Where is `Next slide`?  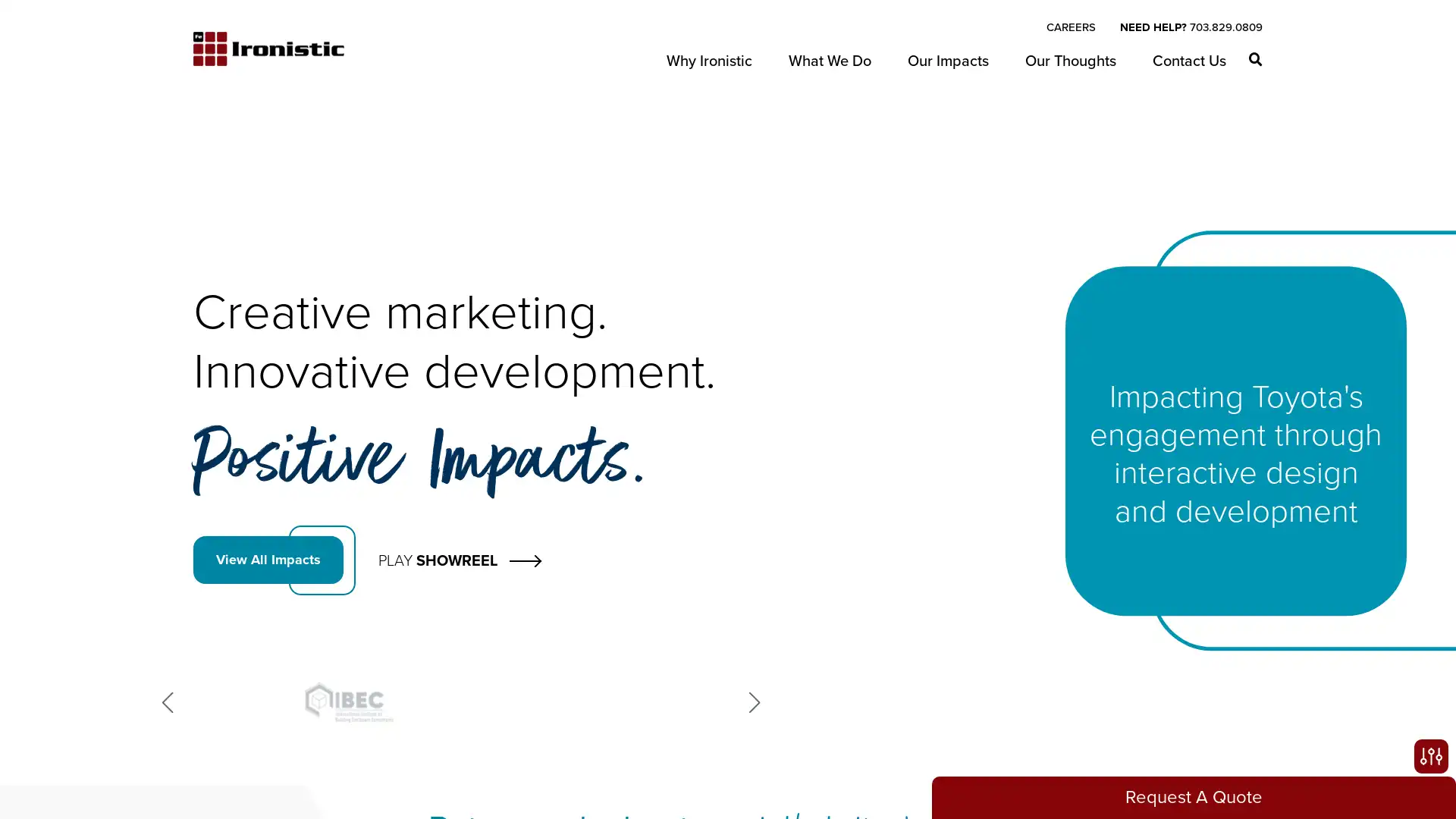
Next slide is located at coordinates (754, 701).